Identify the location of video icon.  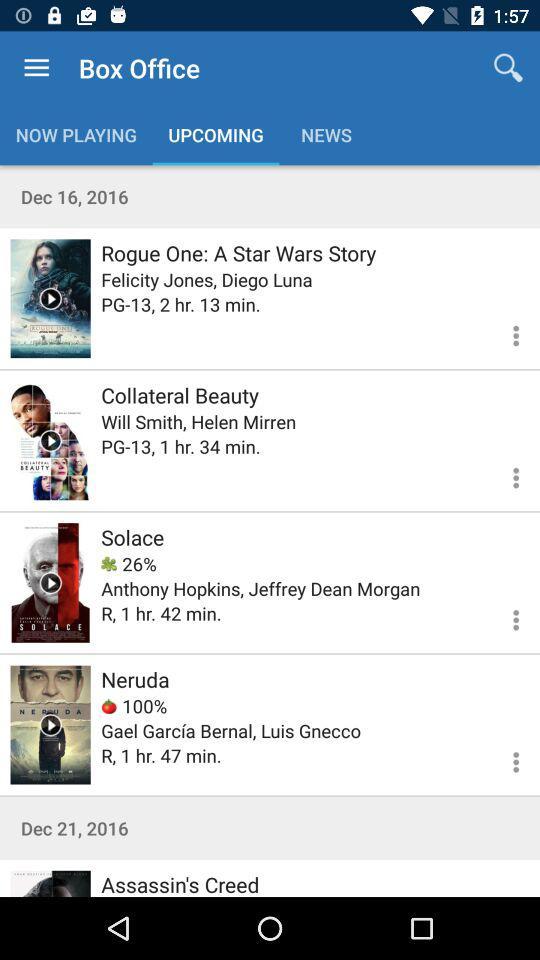
(50, 582).